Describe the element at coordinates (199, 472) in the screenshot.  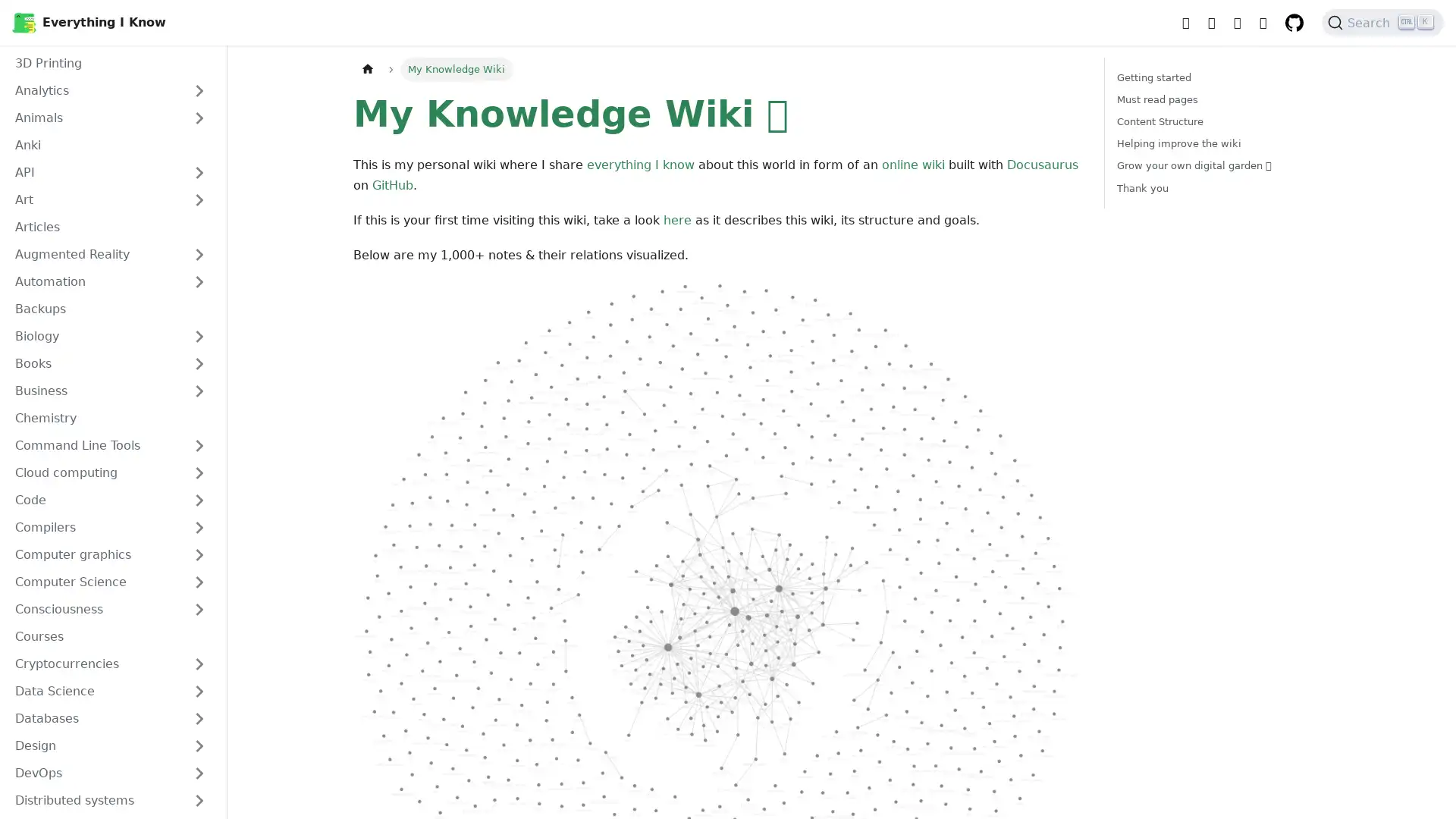
I see `Toggle the collapsible sidebar category 'Cloud computing'` at that location.